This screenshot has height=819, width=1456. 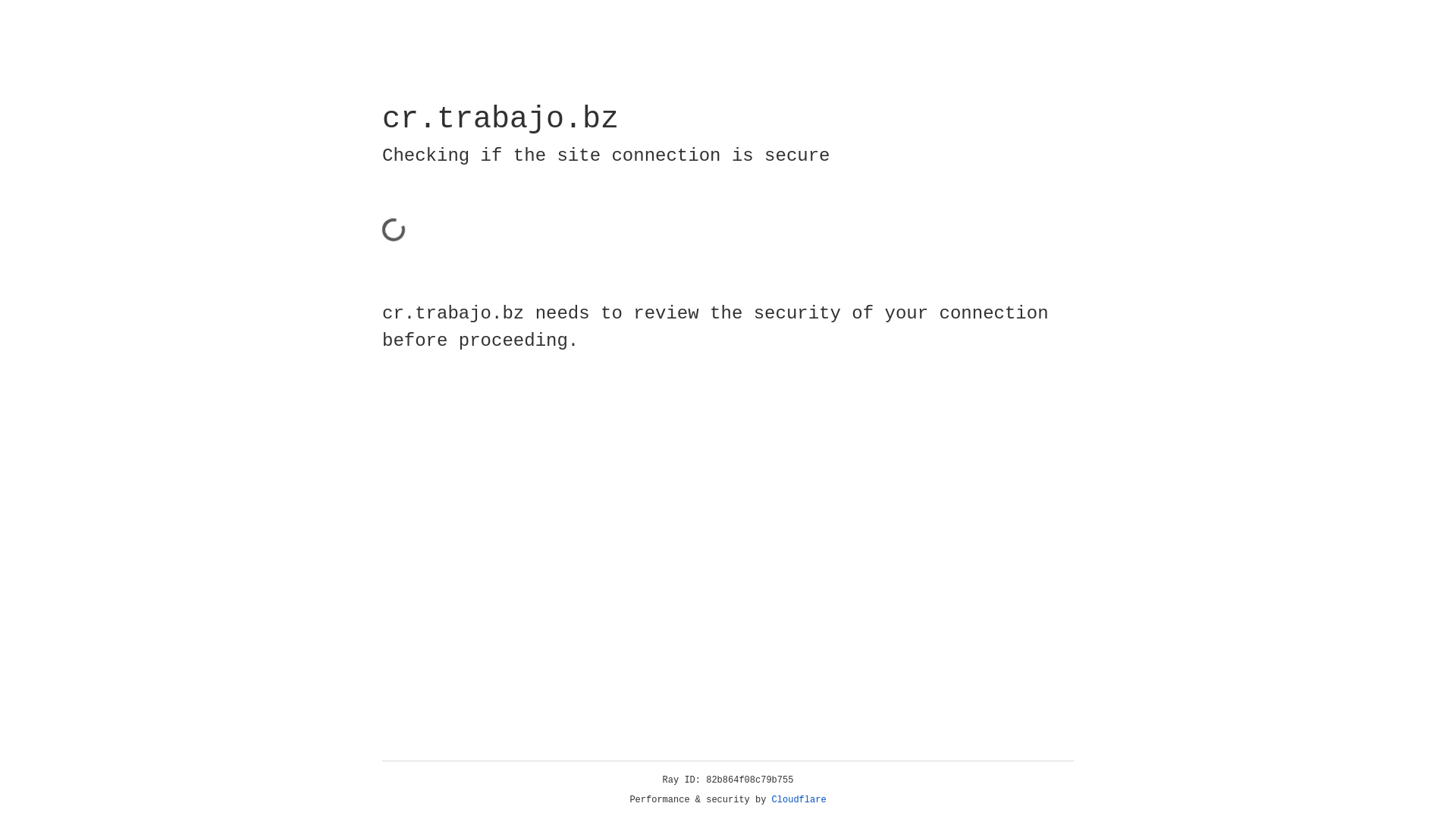 What do you see at coordinates (771, 799) in the screenshot?
I see `'Cloudflare'` at bounding box center [771, 799].